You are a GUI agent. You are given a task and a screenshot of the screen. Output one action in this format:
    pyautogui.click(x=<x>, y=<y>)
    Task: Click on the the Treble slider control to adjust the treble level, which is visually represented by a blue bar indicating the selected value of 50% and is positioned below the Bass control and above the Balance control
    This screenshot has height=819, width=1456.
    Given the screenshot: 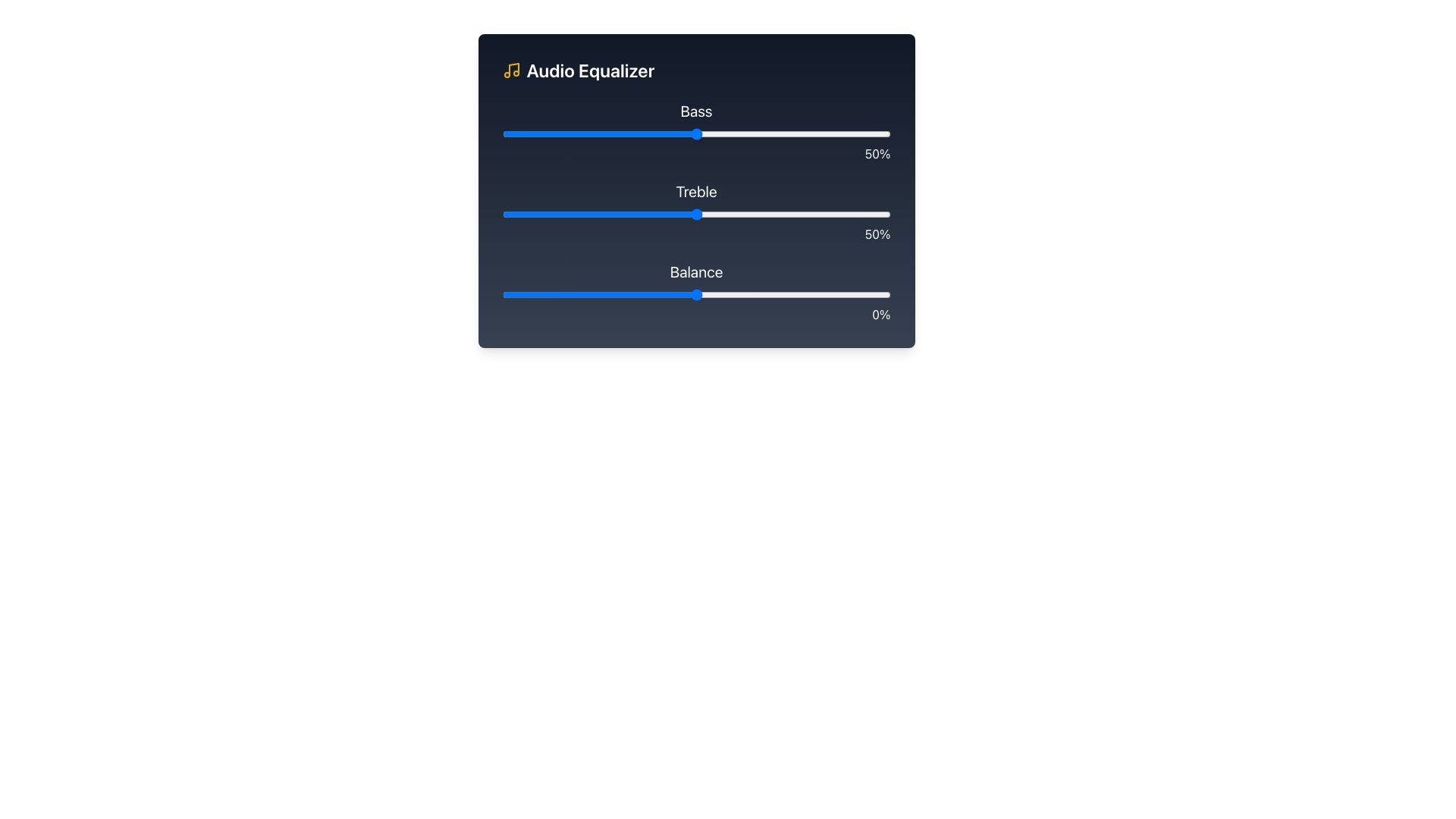 What is the action you would take?
    pyautogui.click(x=695, y=212)
    